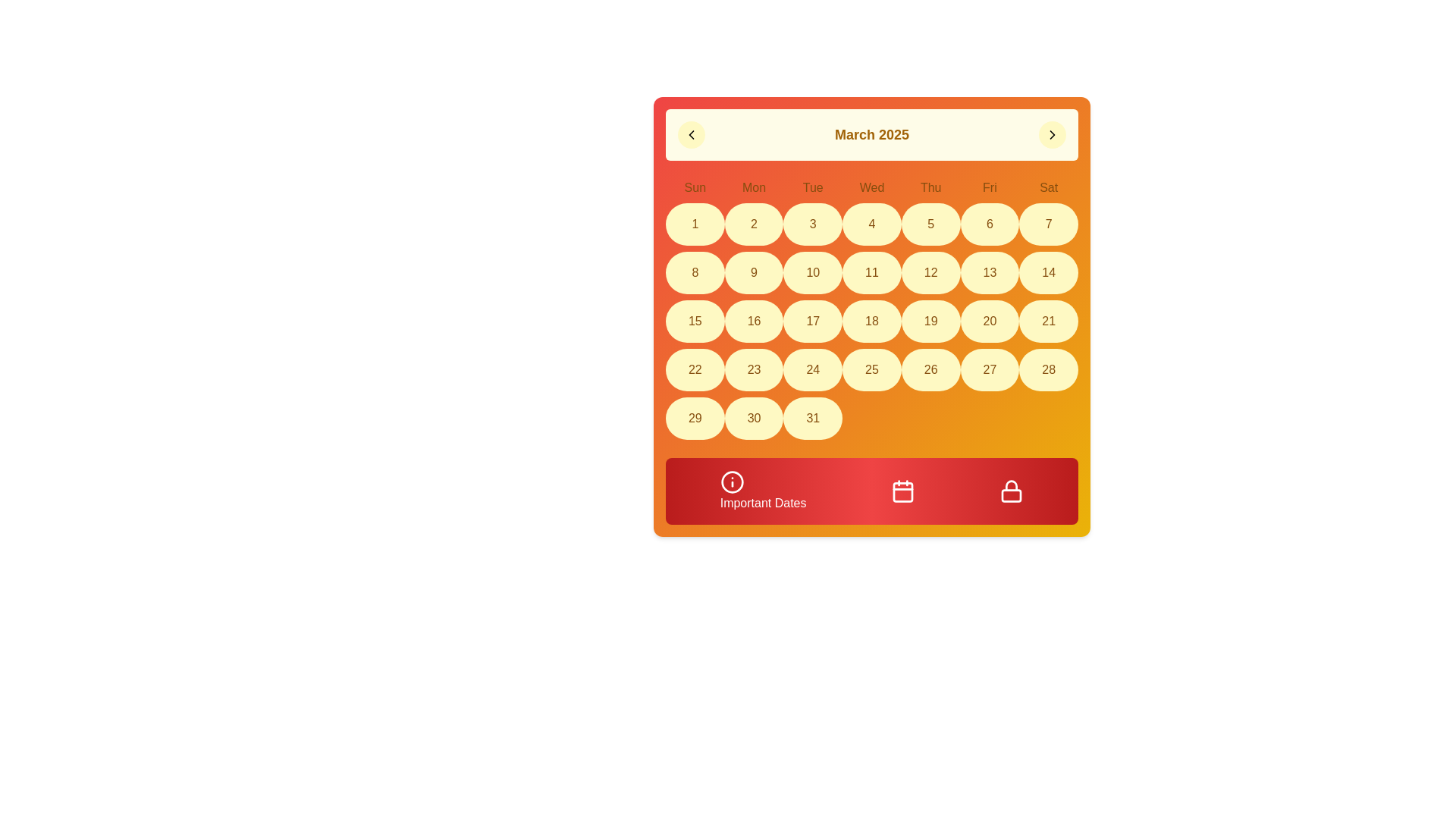 The height and width of the screenshot is (819, 1456). I want to click on the selectable calendar day button representing the 22nd day, located in the first column of the fifth row (Sunday) in the calendar grid, so click(694, 370).